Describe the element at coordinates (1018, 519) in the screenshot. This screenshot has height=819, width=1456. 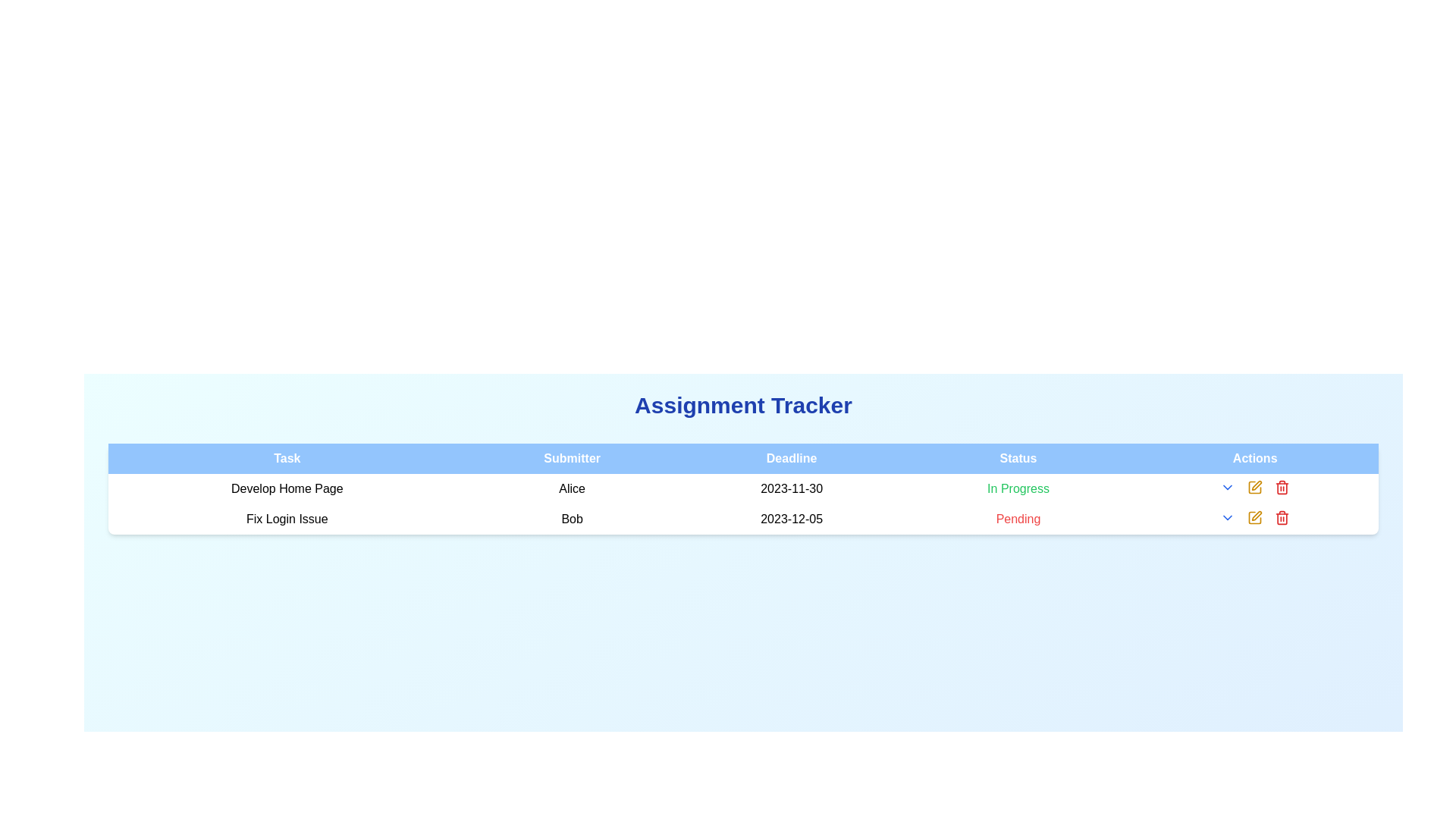
I see `the Text label displaying the current task status in the Status column of the second row, located adjacent to the deadline entry '2023-12-05'` at that location.